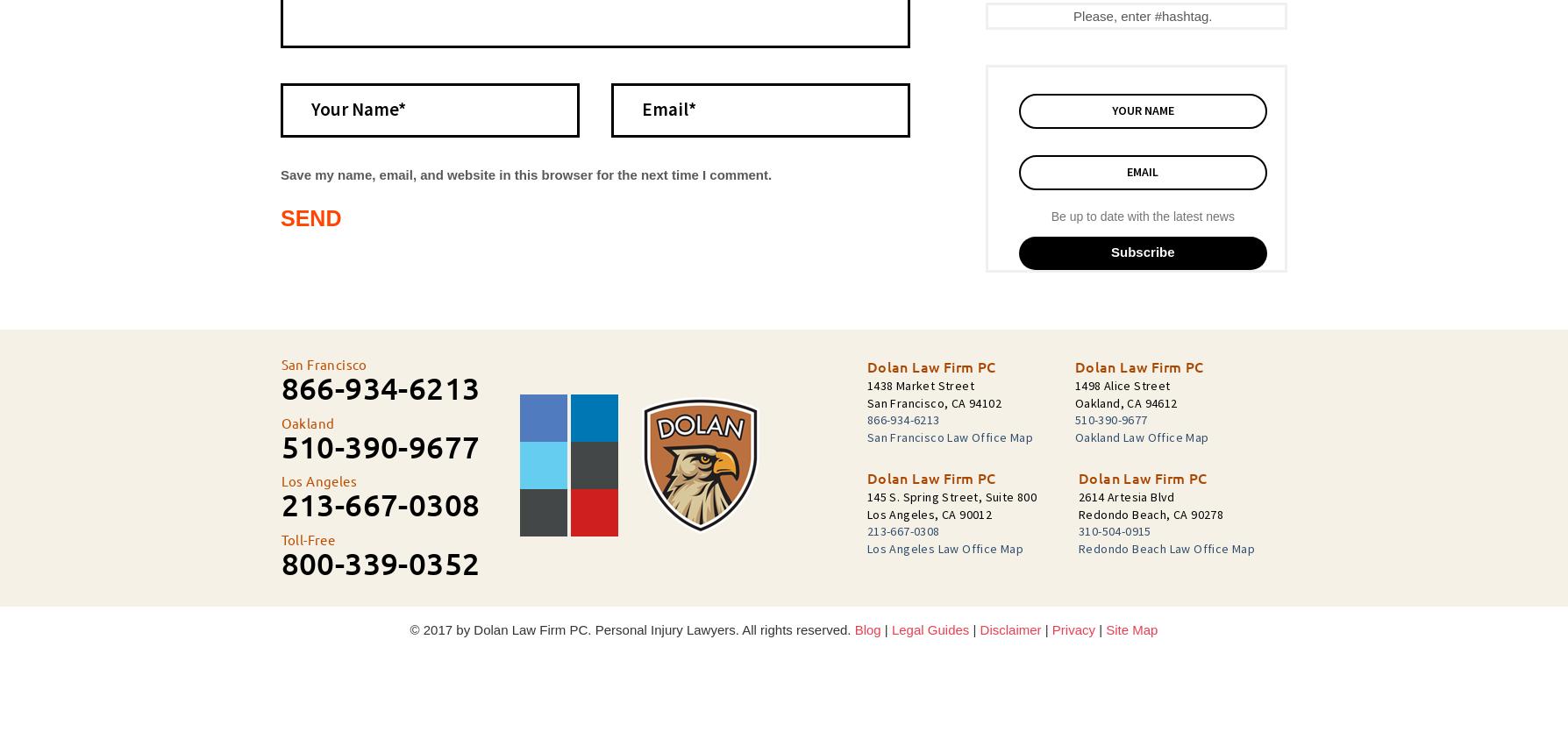  I want to click on '310-504-0915', so click(1114, 530).